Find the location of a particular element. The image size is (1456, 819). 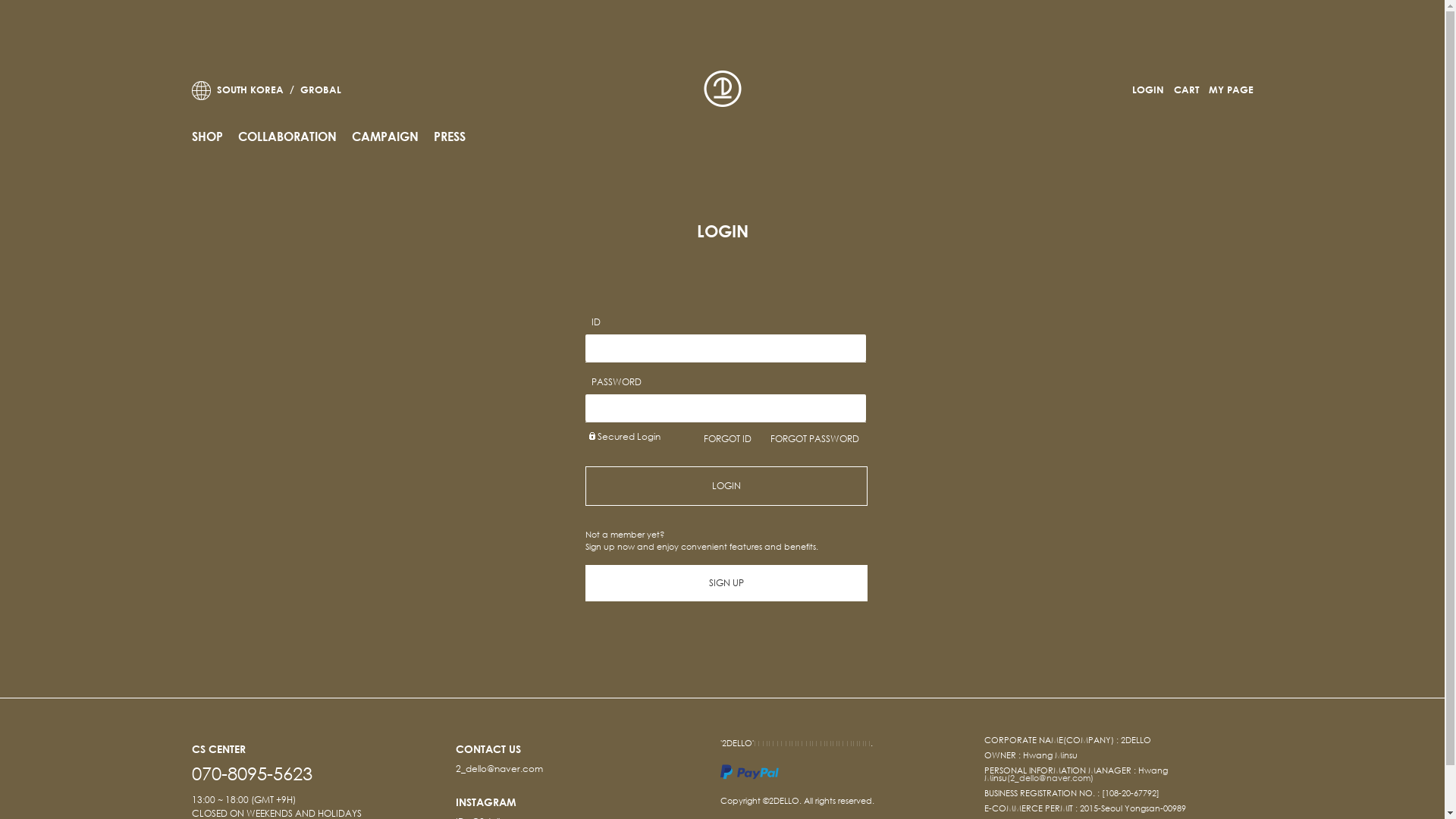

'SHOP' is located at coordinates (206, 136).